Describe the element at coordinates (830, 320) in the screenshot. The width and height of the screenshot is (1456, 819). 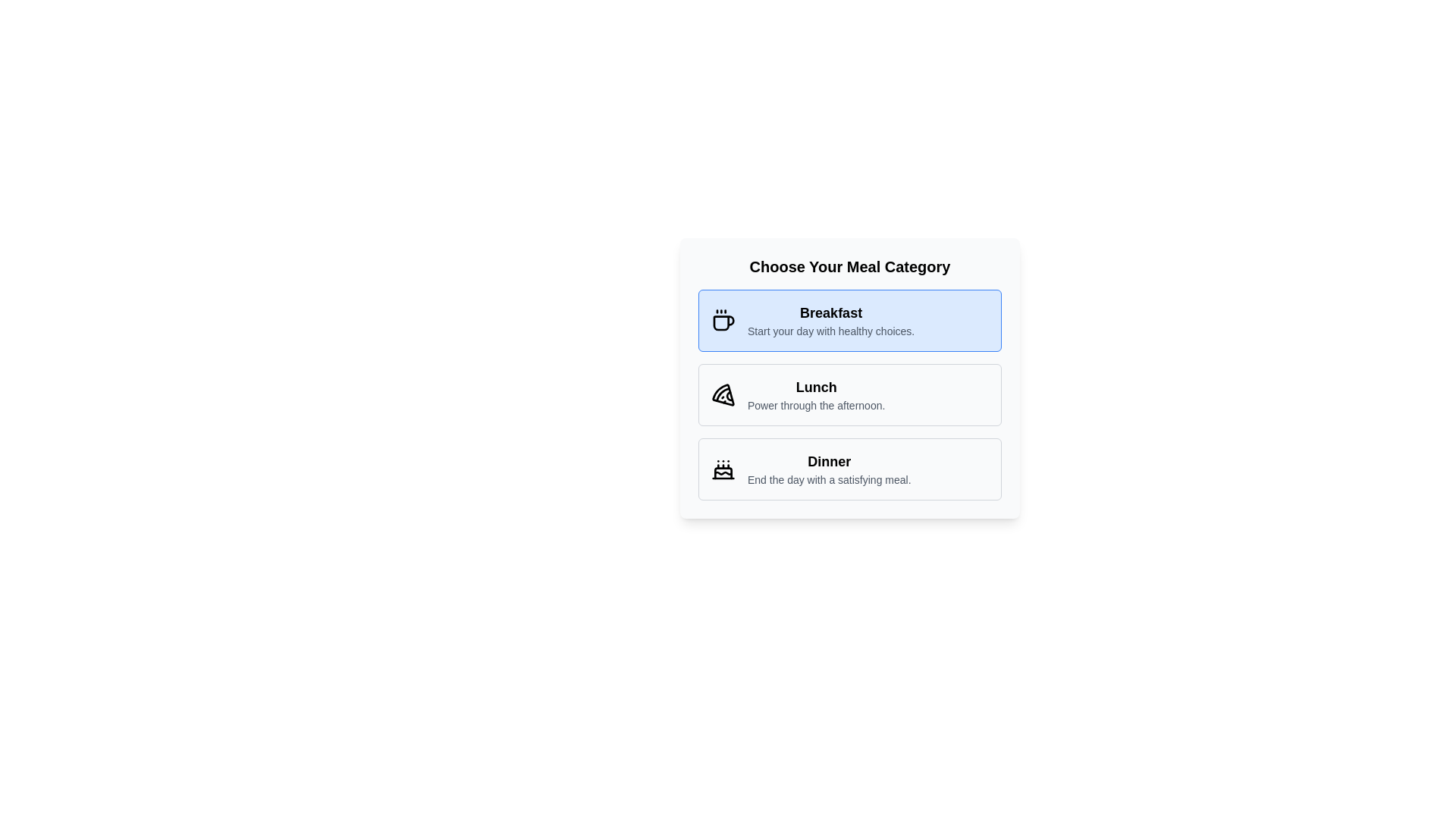
I see `the informational panel titled 'Breakfast' which contains supporting text about healthy choices, located within a light blue rectangular background` at that location.